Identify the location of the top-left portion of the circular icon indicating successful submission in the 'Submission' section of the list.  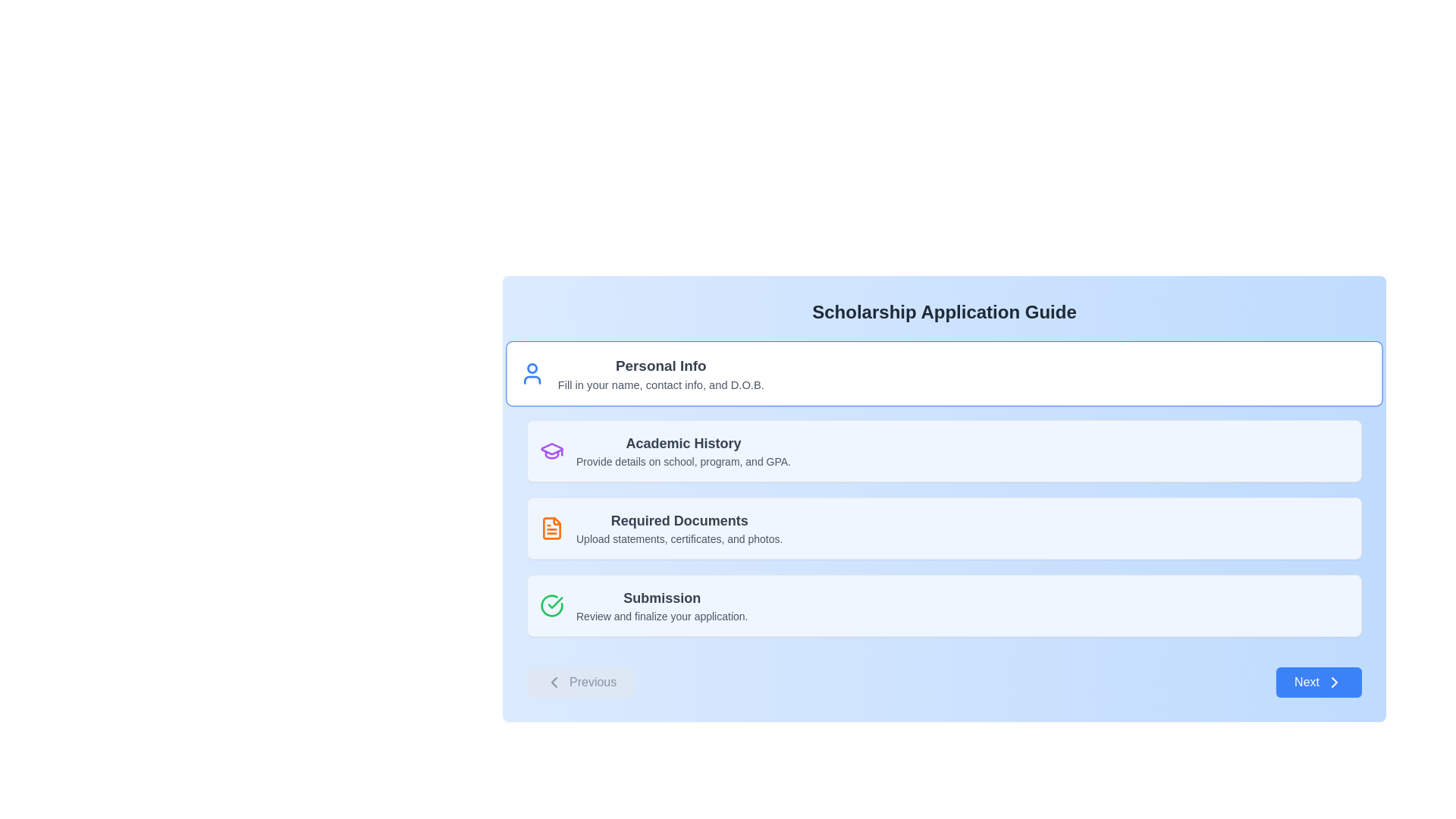
(551, 604).